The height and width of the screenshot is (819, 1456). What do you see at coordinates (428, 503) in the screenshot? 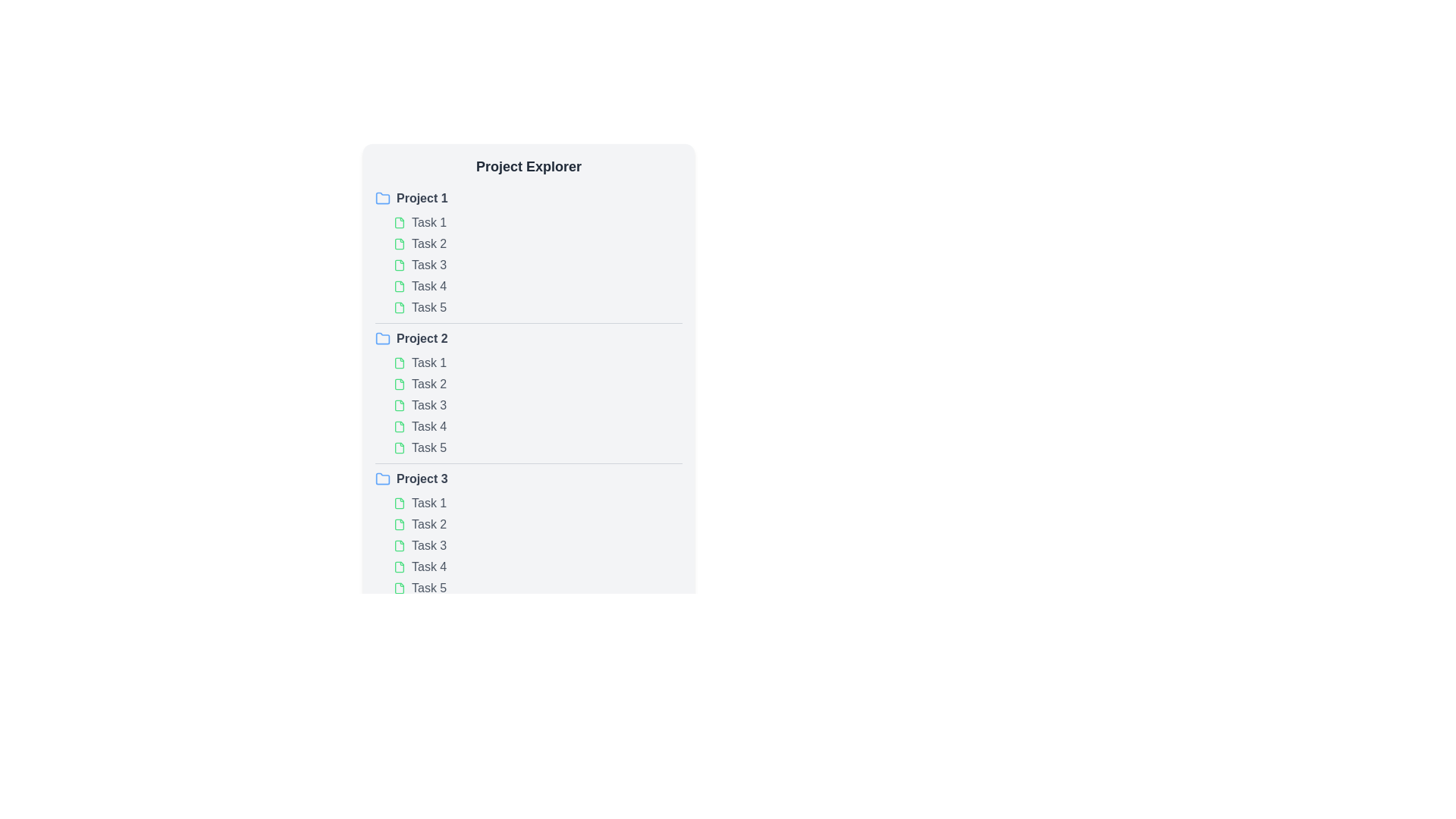
I see `the text label that serves as an identifier for the first task under 'Project 3' in the sidebar` at bounding box center [428, 503].